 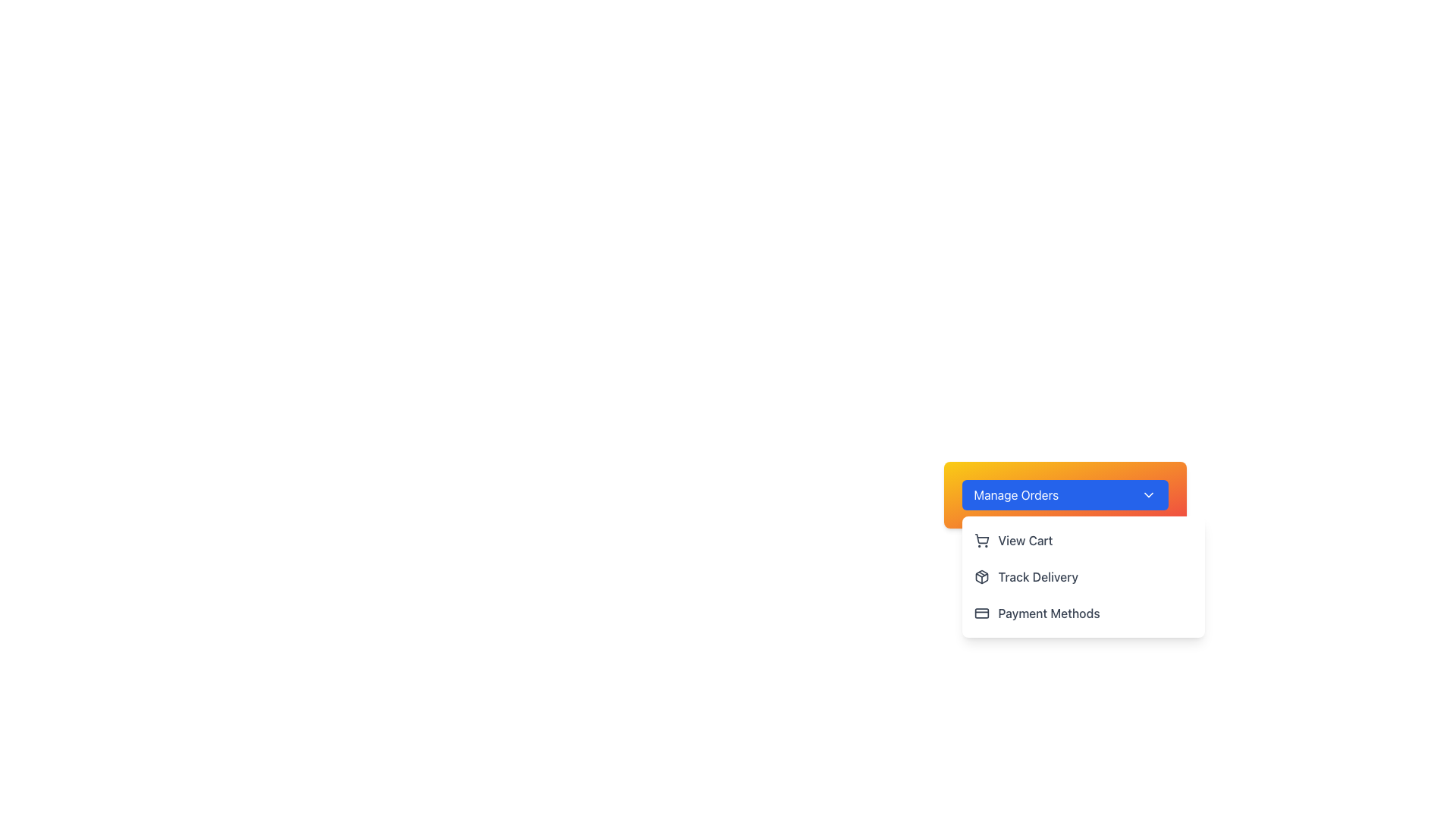 What do you see at coordinates (981, 613) in the screenshot?
I see `the payment methods icon, which is located at the start of the list item labeled 'Payment Methods', serving as a visual indicator for managing payment options` at bounding box center [981, 613].